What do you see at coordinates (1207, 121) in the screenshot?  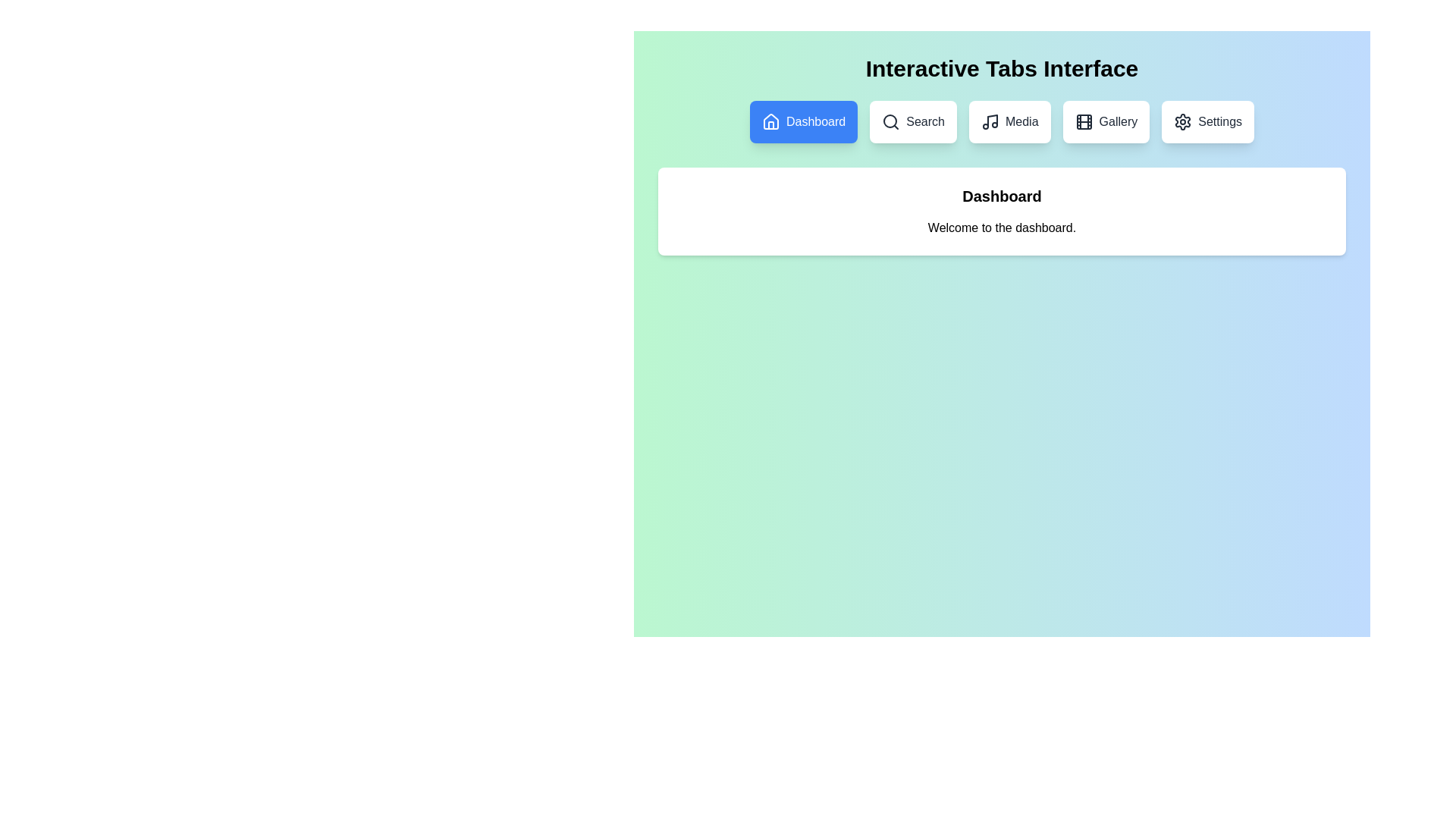 I see `the fifth button in the row, located to the right of the 'Gallery' button` at bounding box center [1207, 121].